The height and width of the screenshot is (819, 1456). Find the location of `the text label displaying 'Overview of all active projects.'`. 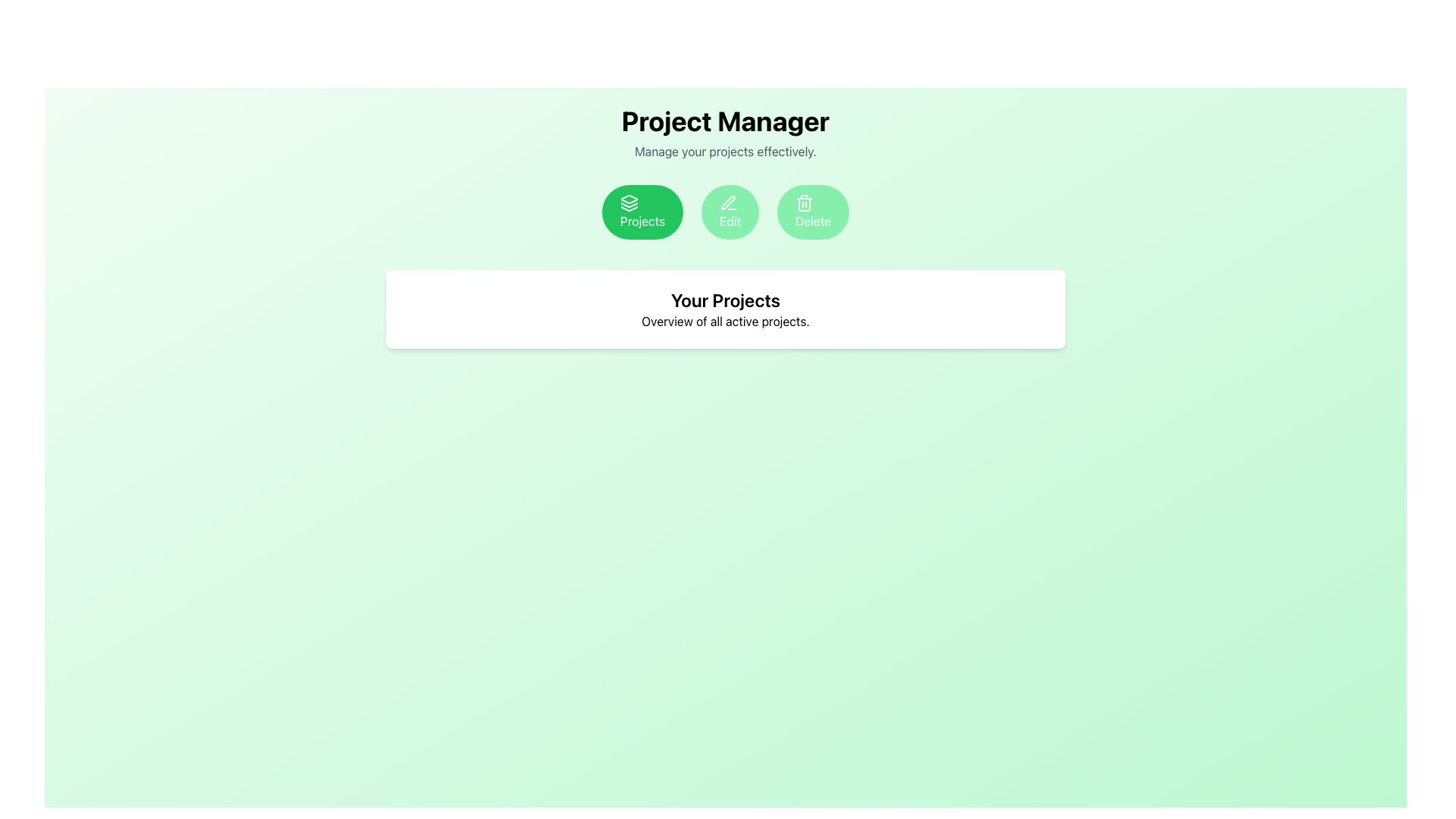

the text label displaying 'Overview of all active projects.' is located at coordinates (724, 321).